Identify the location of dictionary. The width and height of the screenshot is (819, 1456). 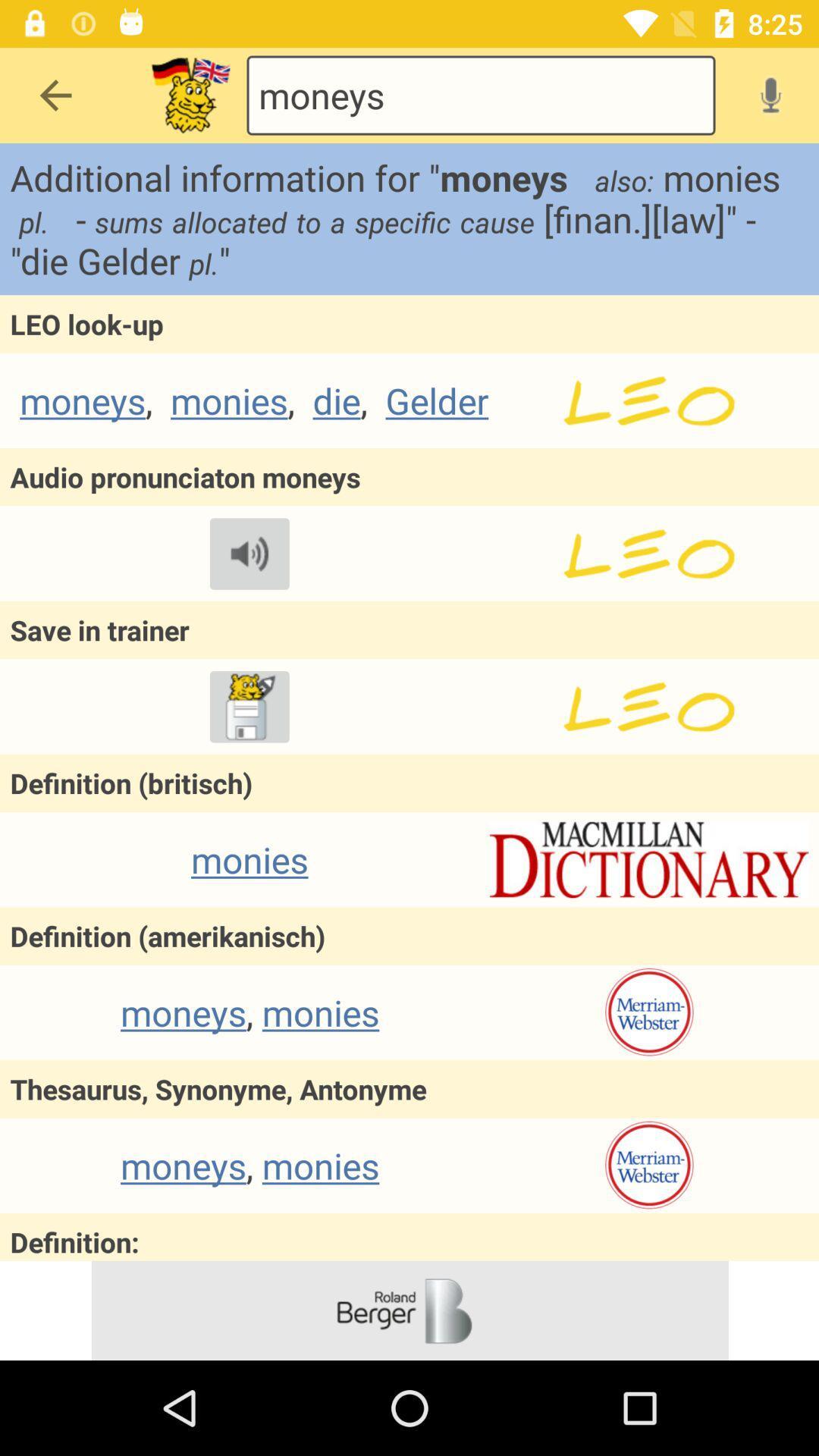
(648, 859).